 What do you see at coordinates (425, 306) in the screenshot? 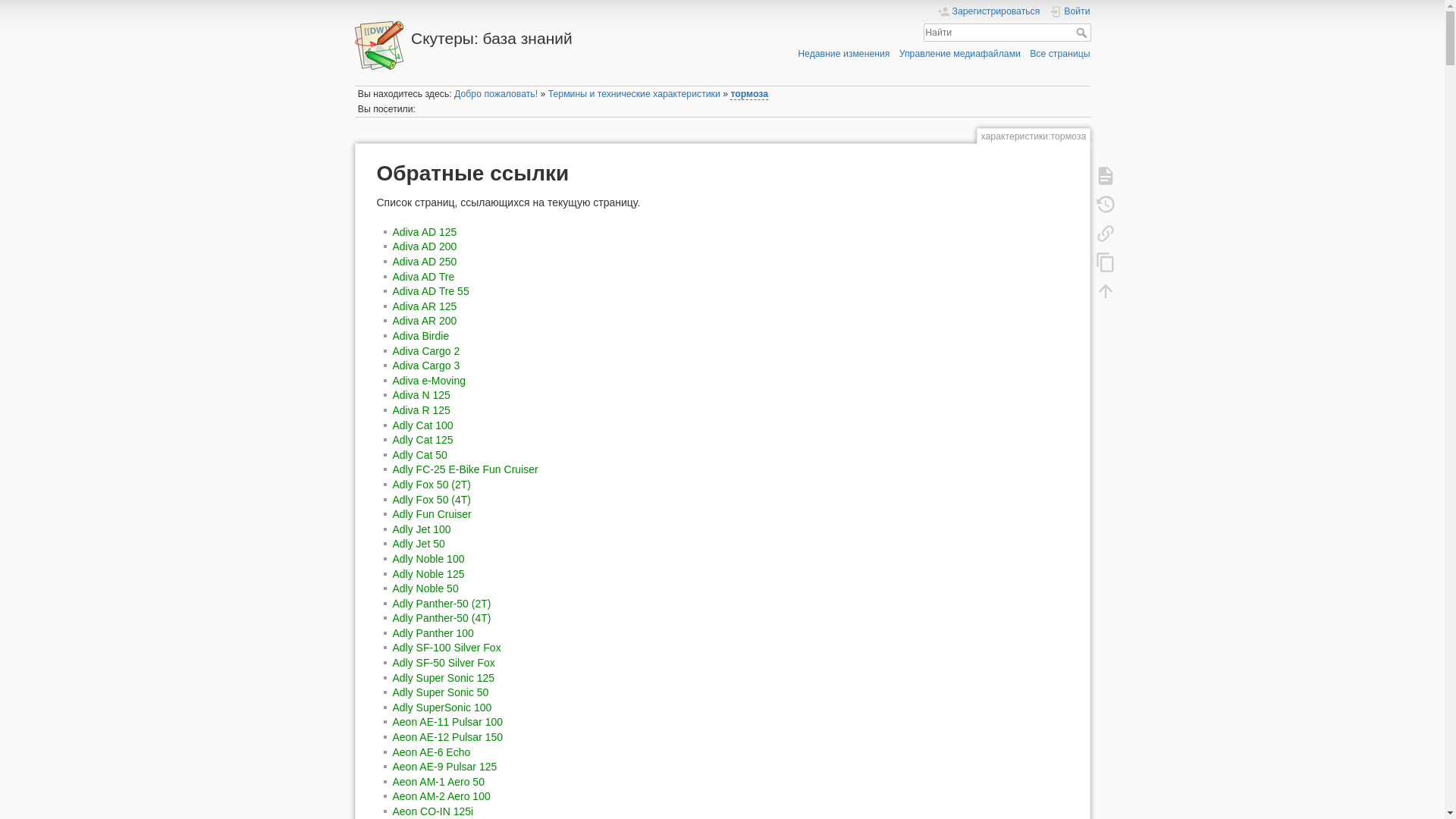
I see `'Adiva AR 125'` at bounding box center [425, 306].